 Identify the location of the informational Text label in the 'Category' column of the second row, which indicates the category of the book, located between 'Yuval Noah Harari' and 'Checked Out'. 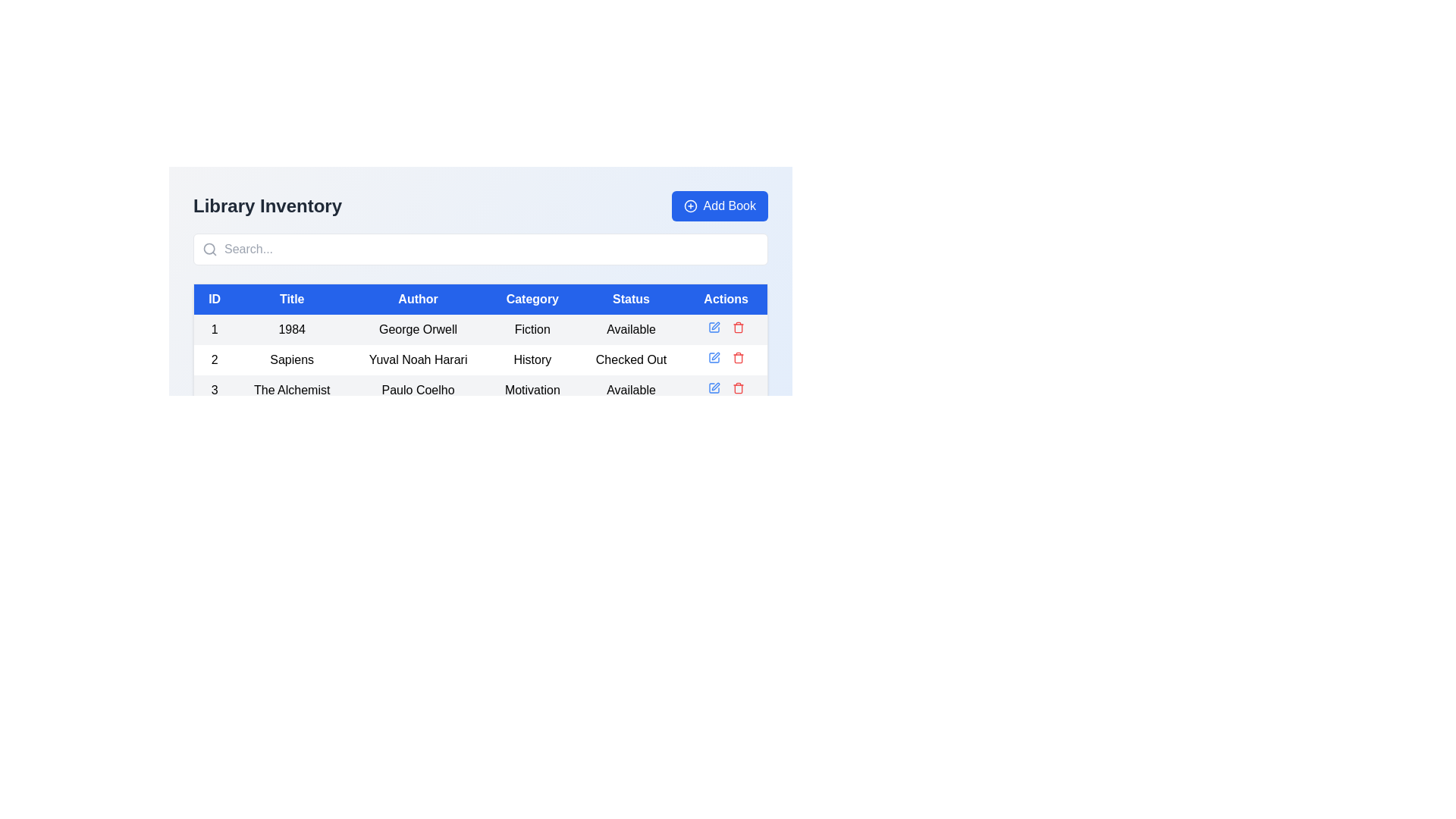
(532, 359).